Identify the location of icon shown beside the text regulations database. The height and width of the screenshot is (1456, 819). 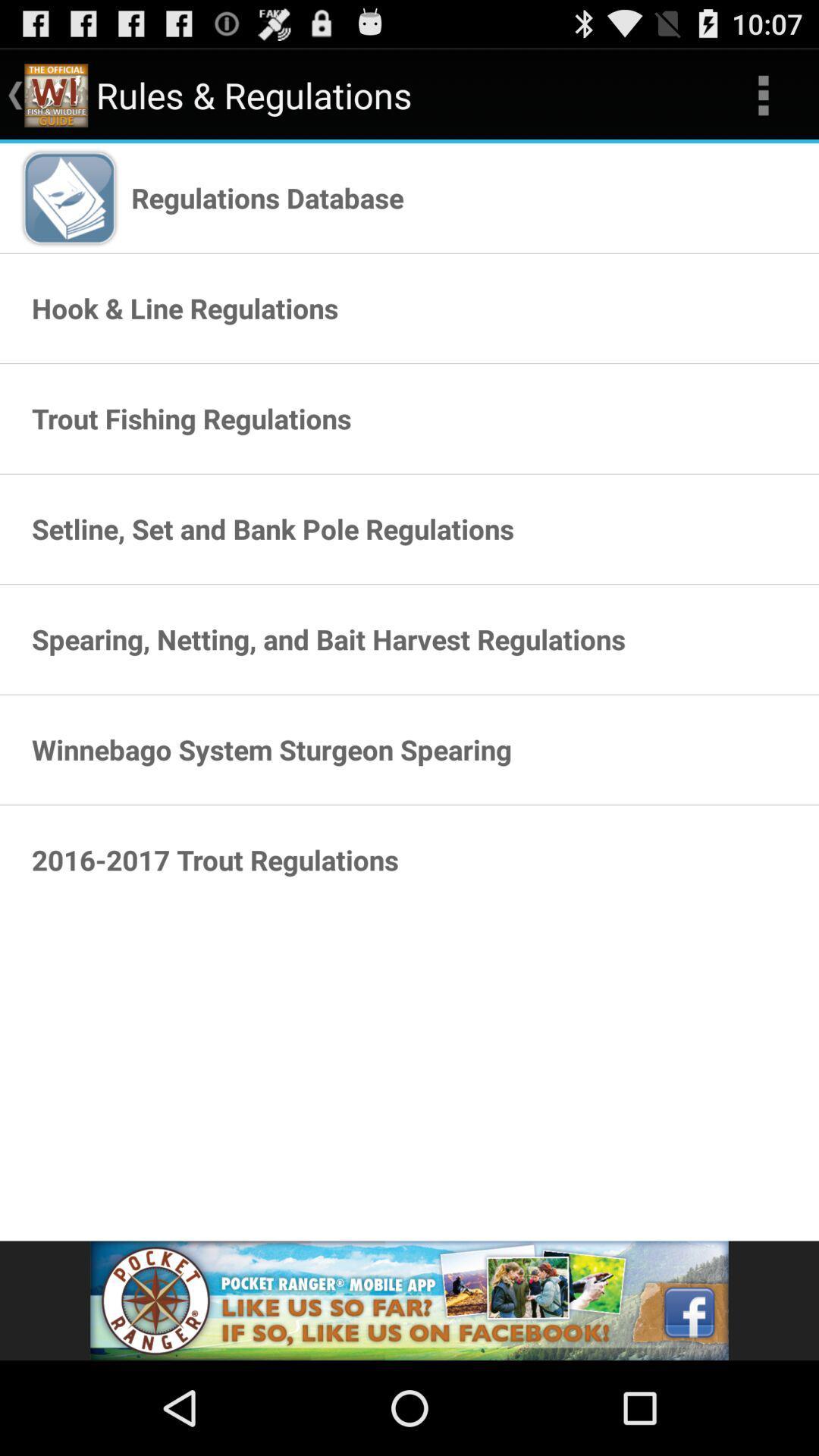
(70, 197).